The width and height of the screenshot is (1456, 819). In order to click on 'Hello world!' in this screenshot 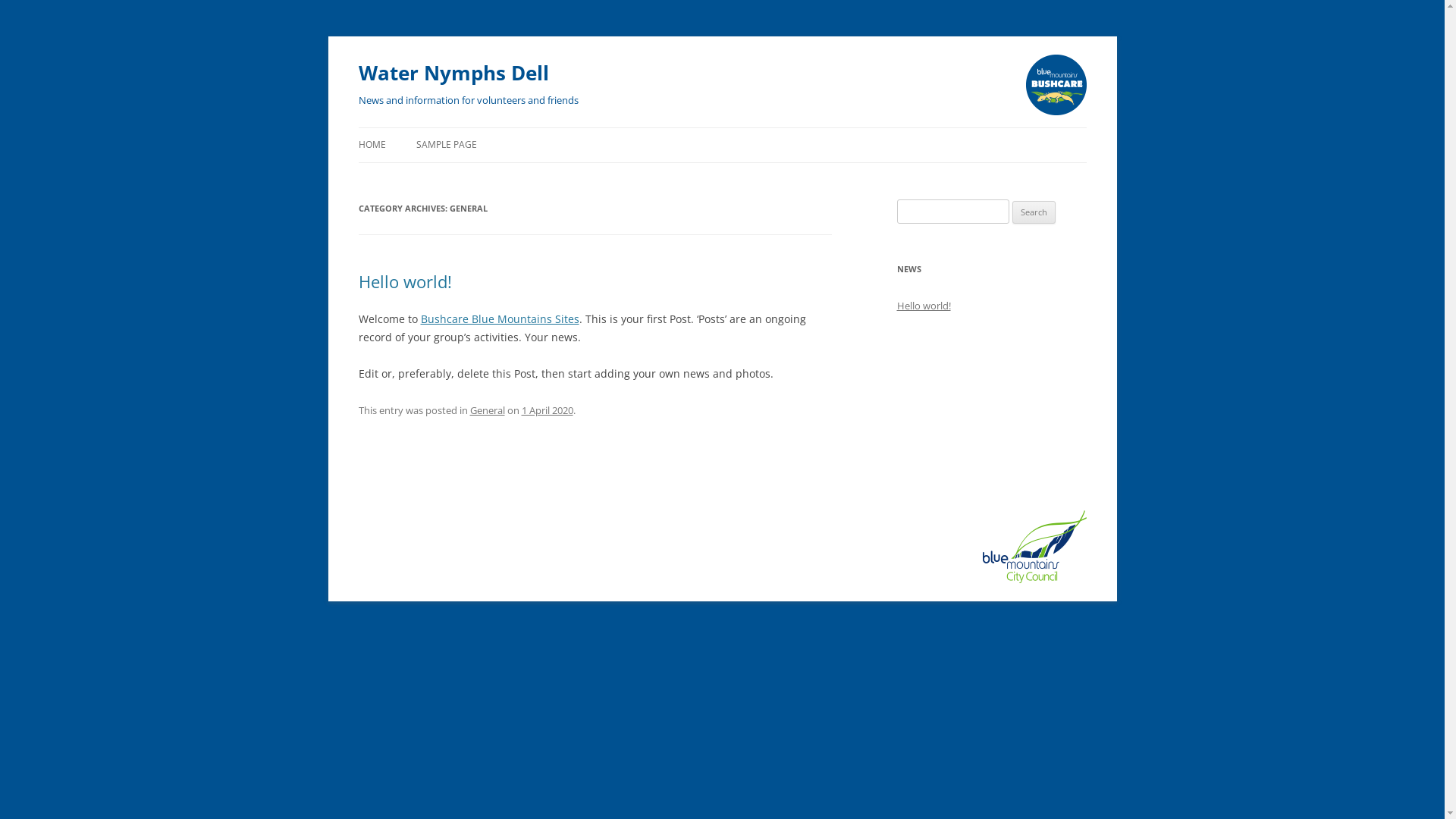, I will do `click(404, 281)`.